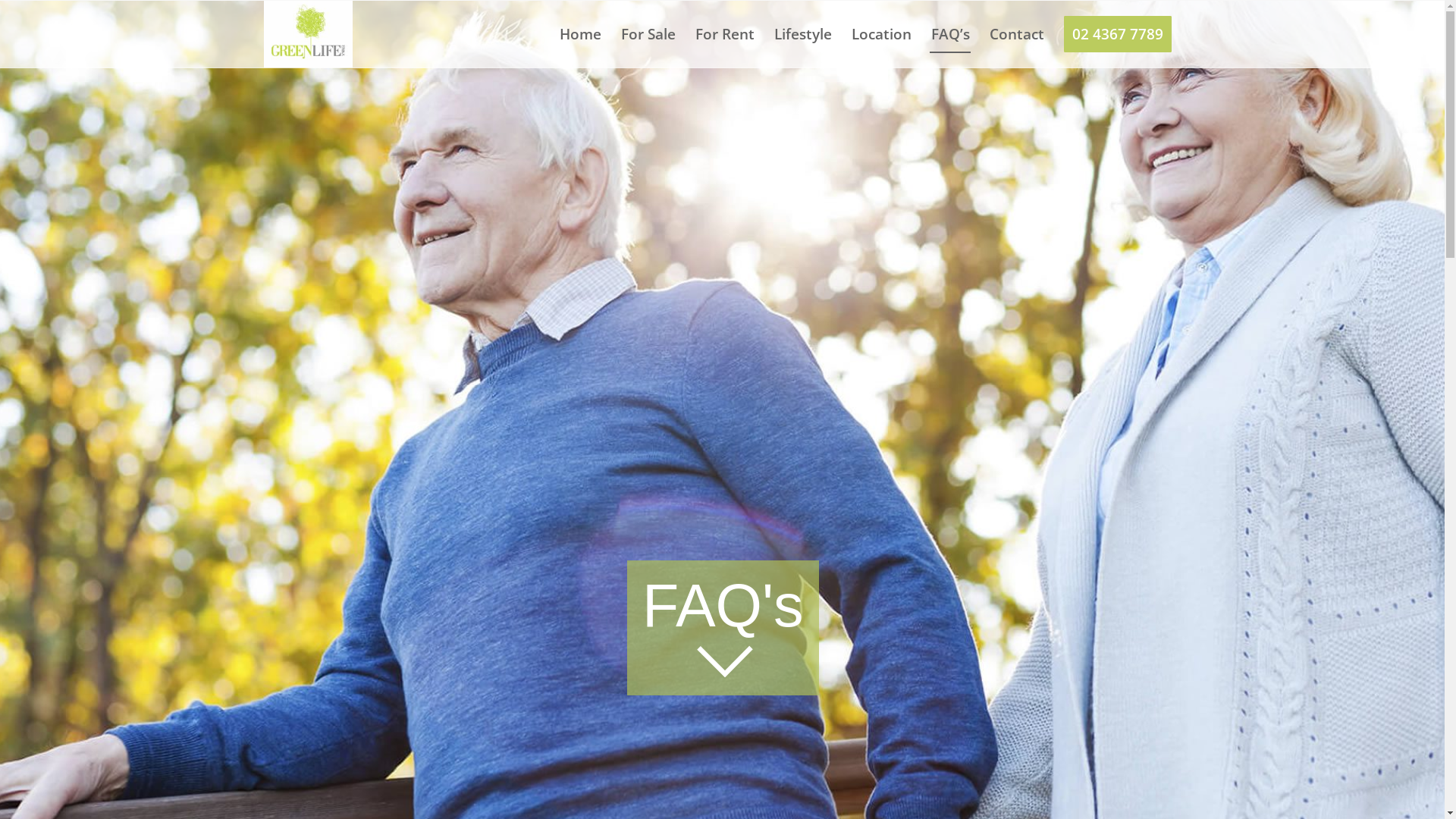  I want to click on 'Lifestyle', so click(802, 34).